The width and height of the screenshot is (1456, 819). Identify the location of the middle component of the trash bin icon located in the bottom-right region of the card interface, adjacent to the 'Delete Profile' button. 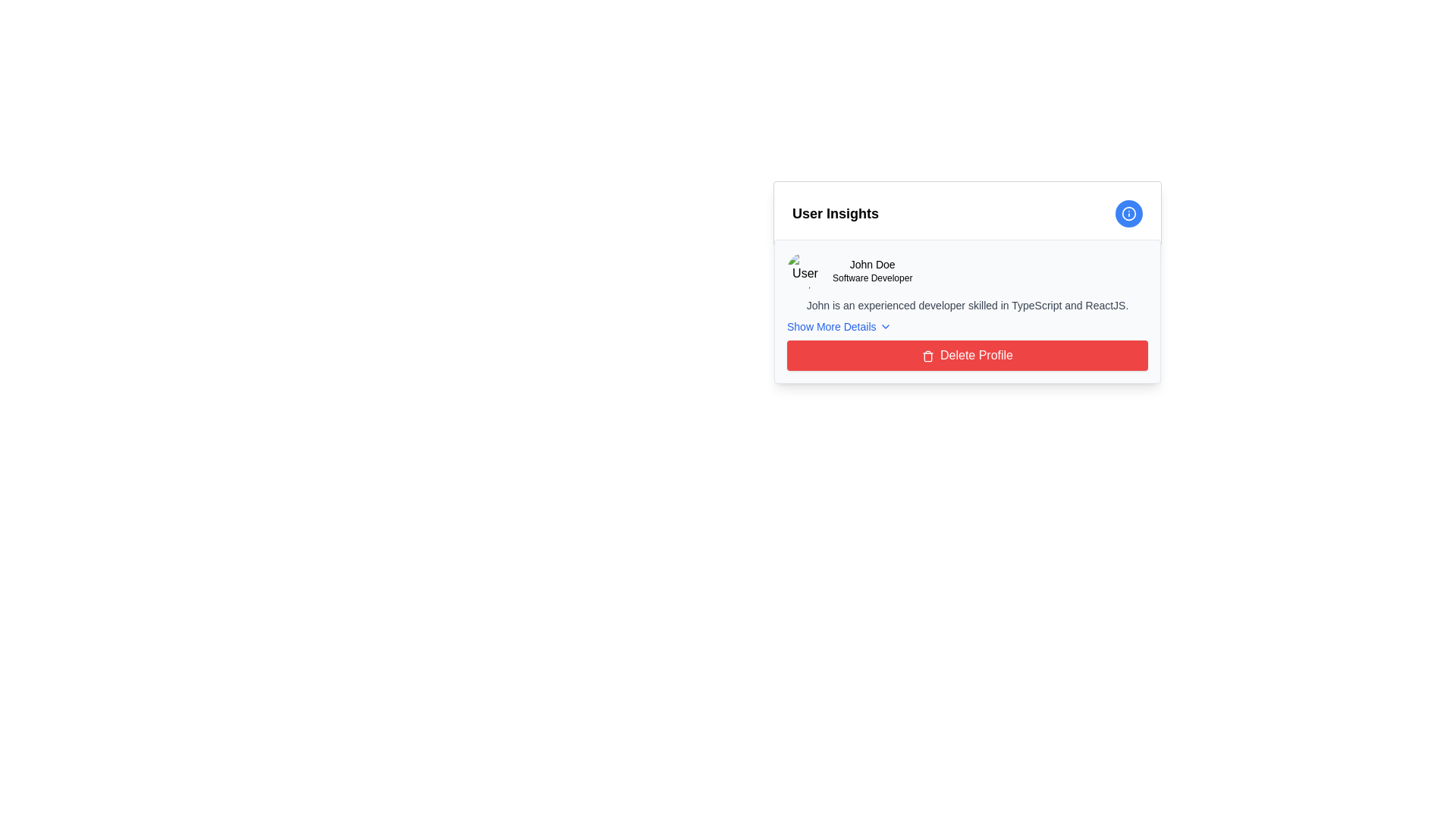
(927, 357).